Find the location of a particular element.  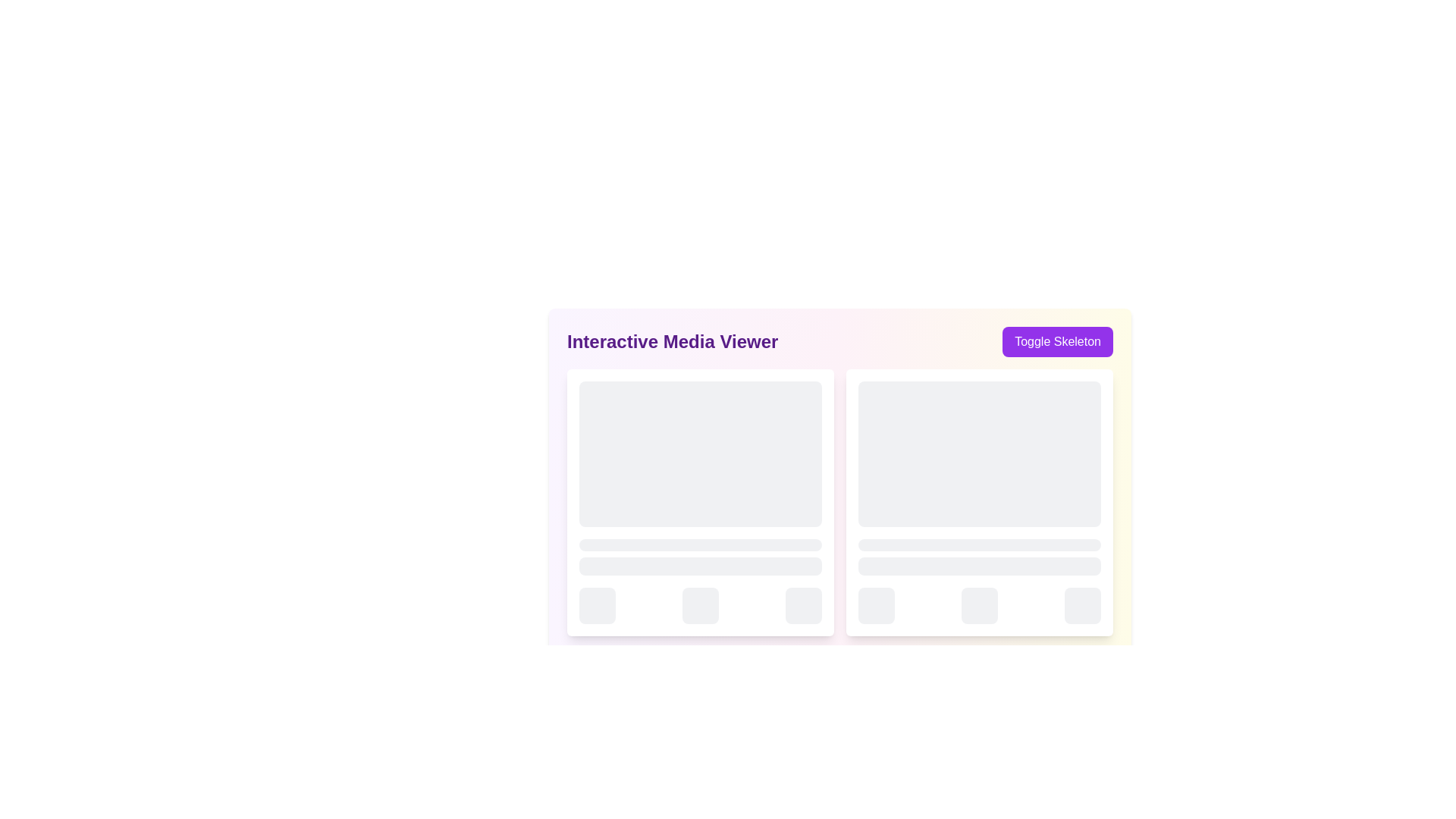

the Skeleton placeholder loading animation located at the center of the bottom section of the card layout, which is the middle component among three evenly spaced elements is located at coordinates (700, 604).